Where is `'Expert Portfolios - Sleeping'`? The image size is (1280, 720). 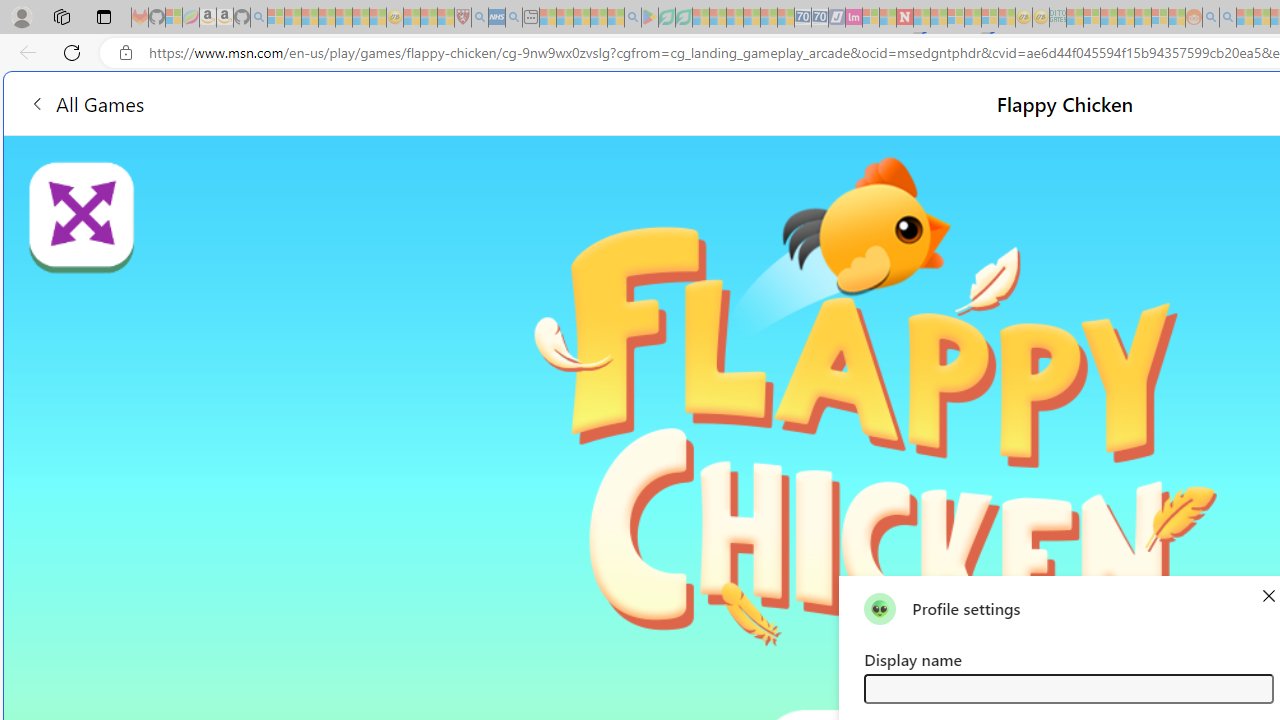 'Expert Portfolios - Sleeping' is located at coordinates (1125, 17).